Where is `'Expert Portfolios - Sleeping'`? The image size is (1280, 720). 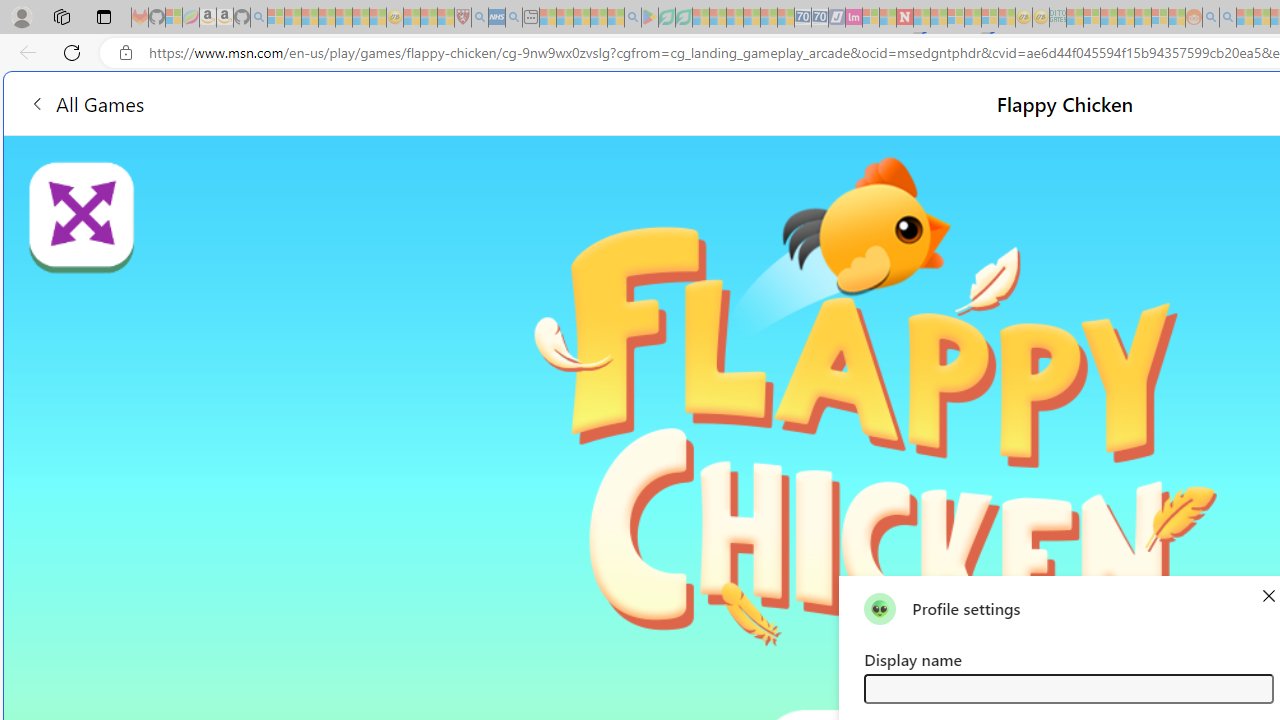 'Expert Portfolios - Sleeping' is located at coordinates (1125, 17).